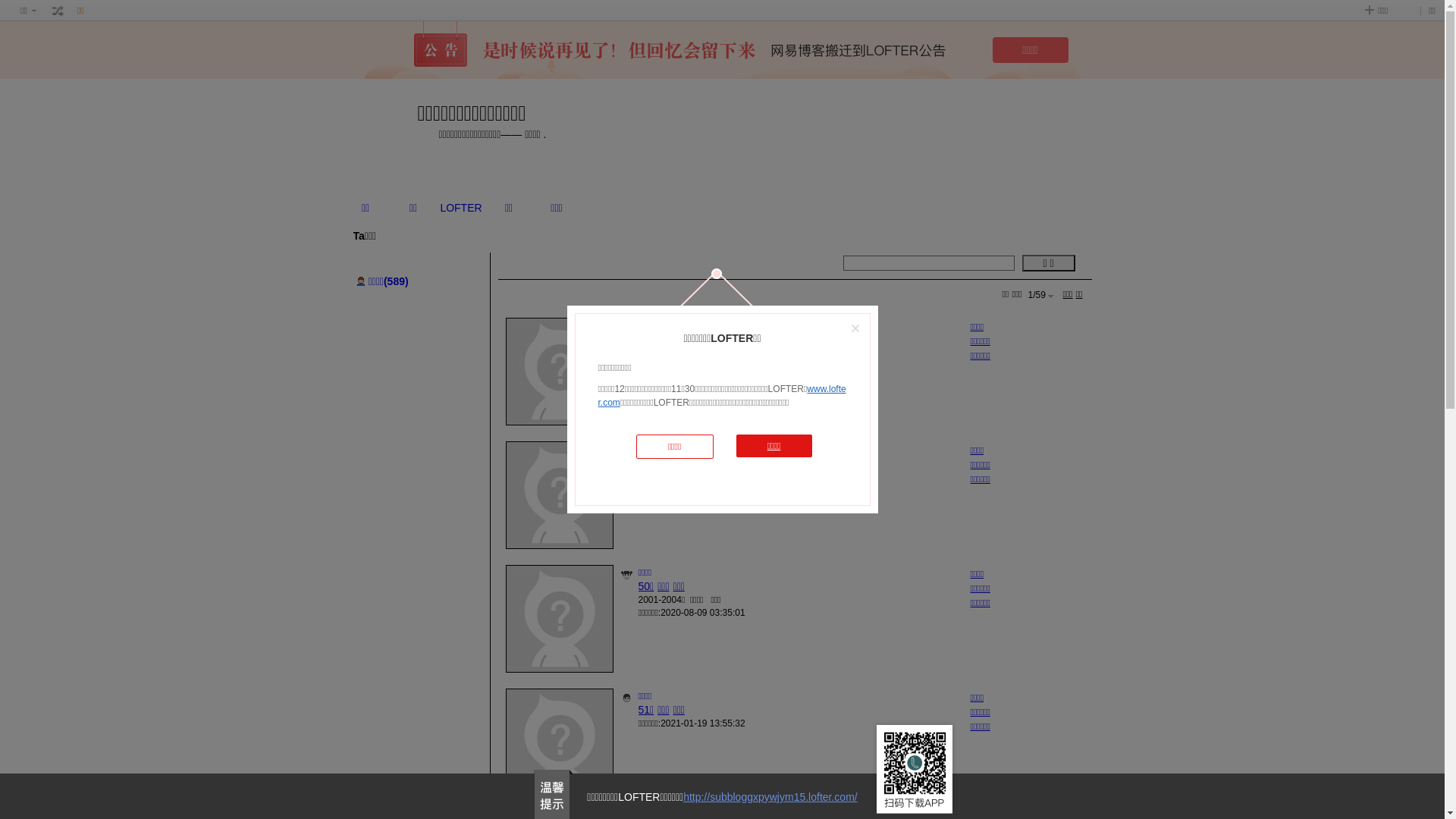 The height and width of the screenshot is (819, 1456). I want to click on 'www.lofter.com', so click(720, 394).